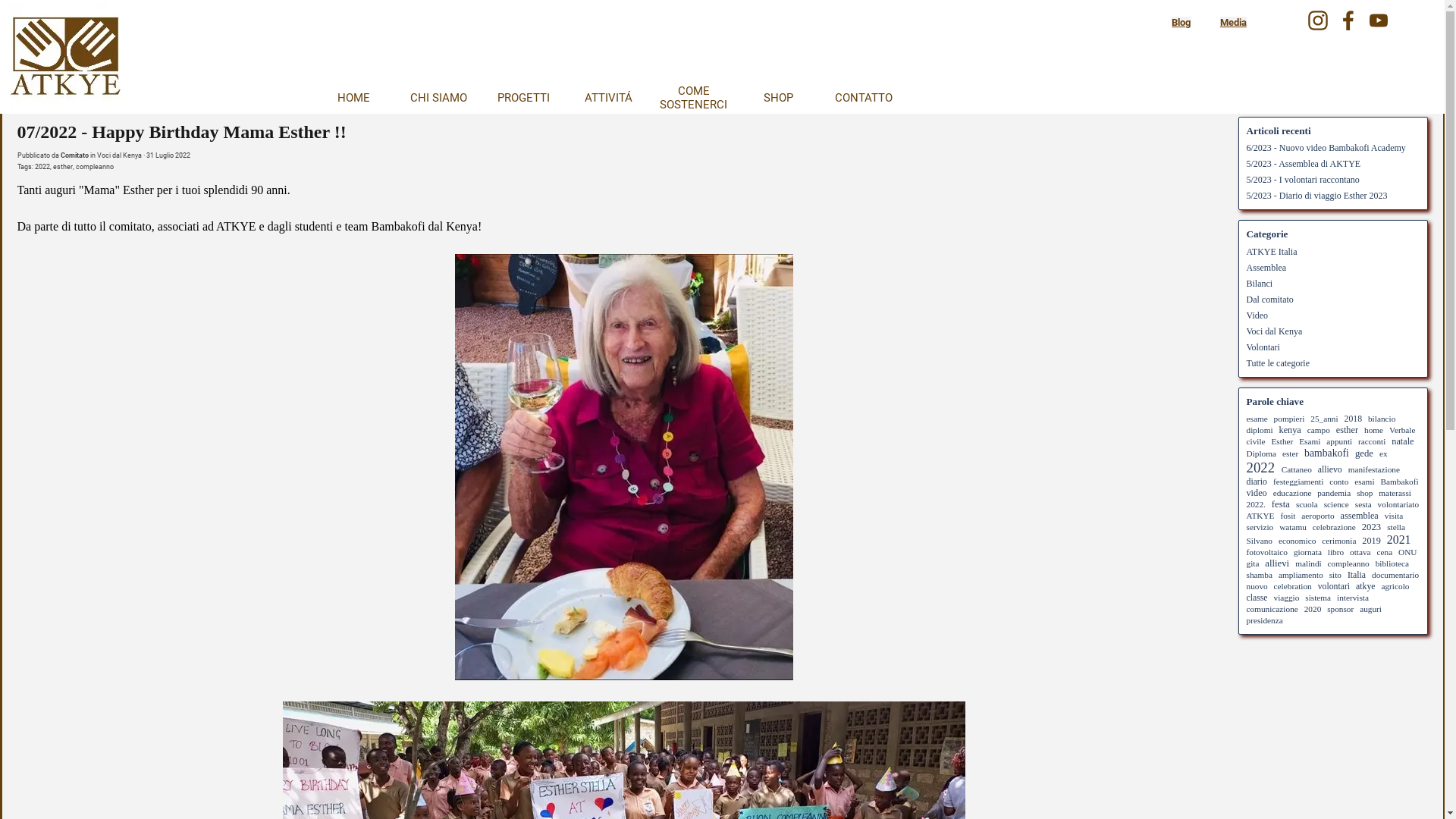  I want to click on 'campo', so click(1317, 430).